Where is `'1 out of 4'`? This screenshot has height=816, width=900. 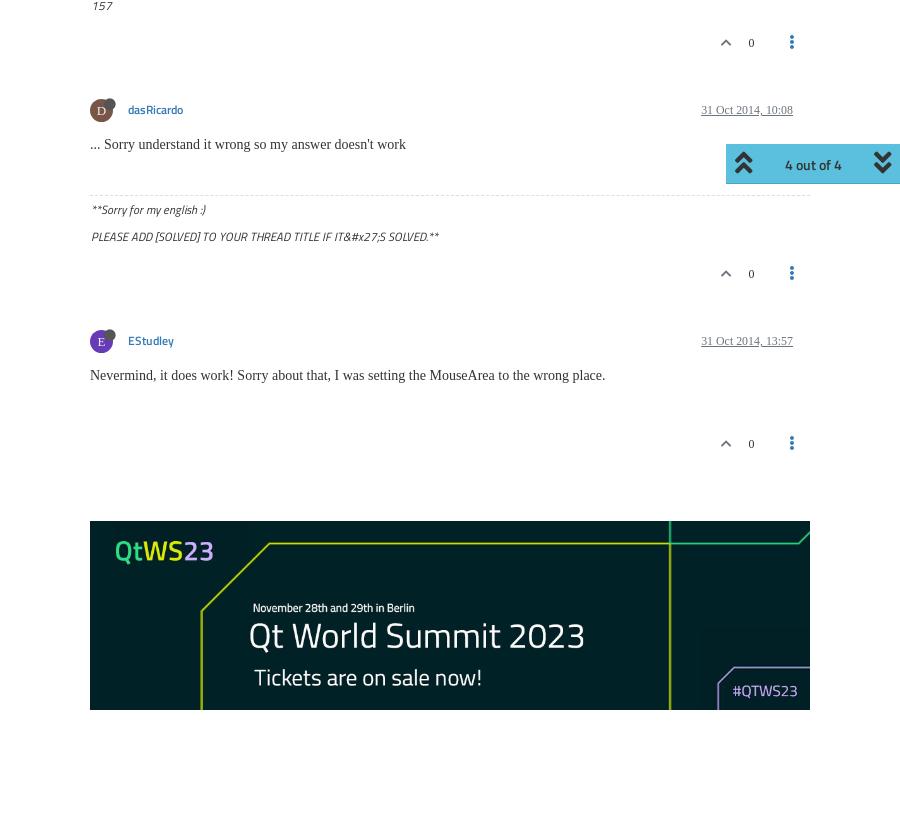 '1 out of 4' is located at coordinates (812, 164).